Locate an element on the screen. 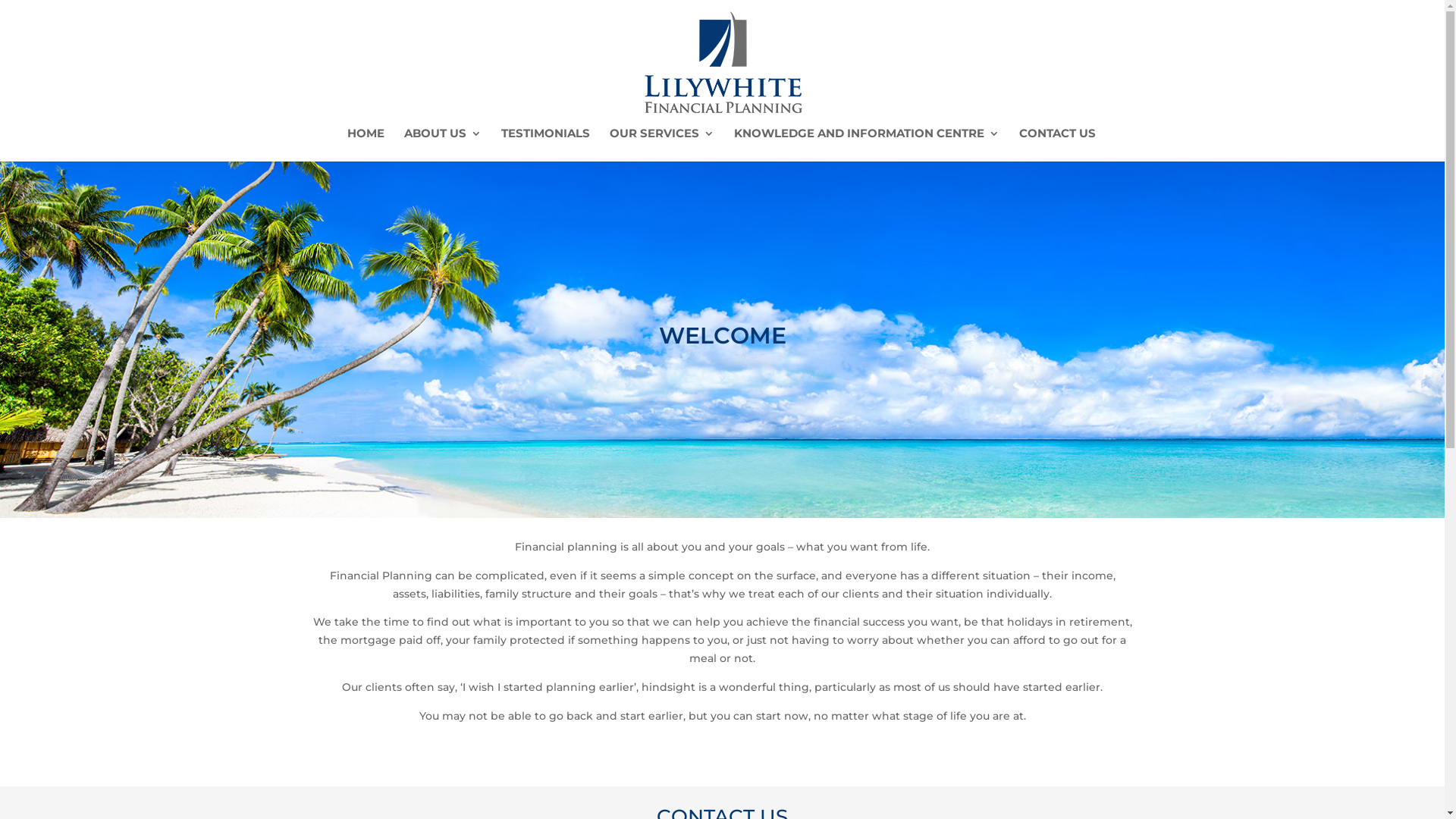 The width and height of the screenshot is (1456, 819). 'OUR SERVICES' is located at coordinates (662, 145).